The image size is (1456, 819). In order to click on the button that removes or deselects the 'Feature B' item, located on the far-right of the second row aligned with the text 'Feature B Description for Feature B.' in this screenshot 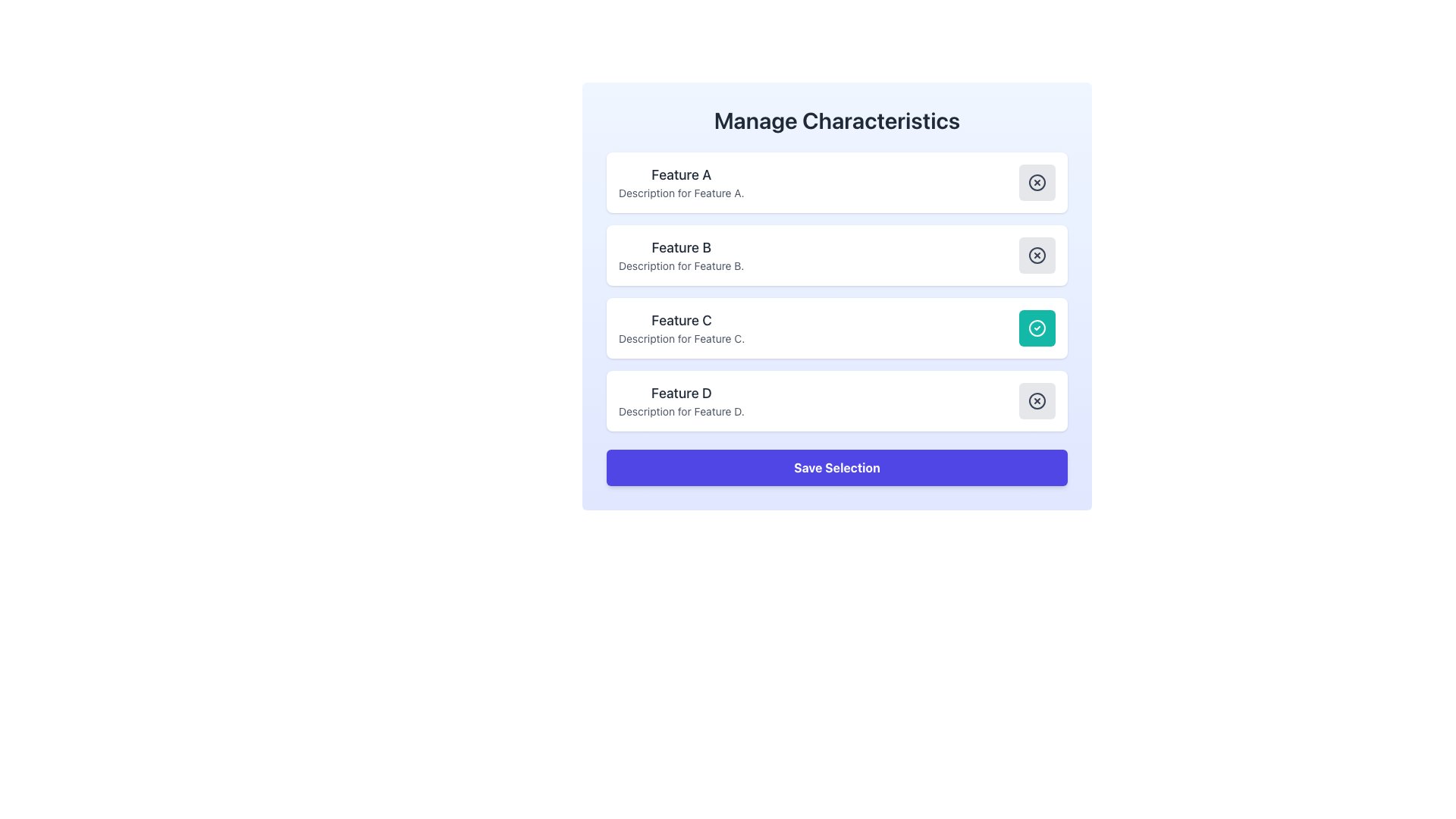, I will do `click(1037, 254)`.